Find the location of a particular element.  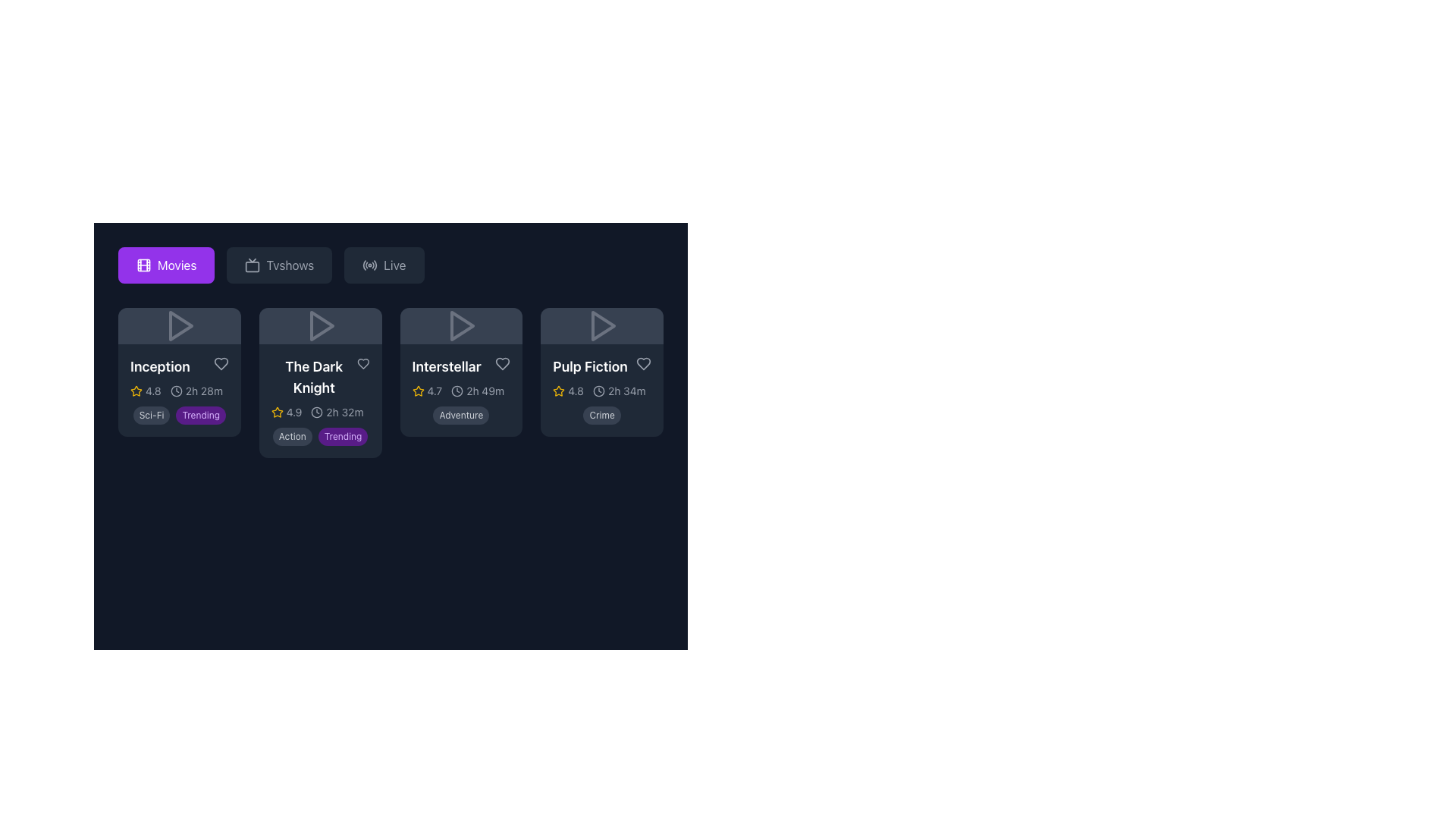

the triangular-shaped play icon for 'The Dark Knight' in the second card from the left to trigger a visual or interactive response is located at coordinates (319, 325).